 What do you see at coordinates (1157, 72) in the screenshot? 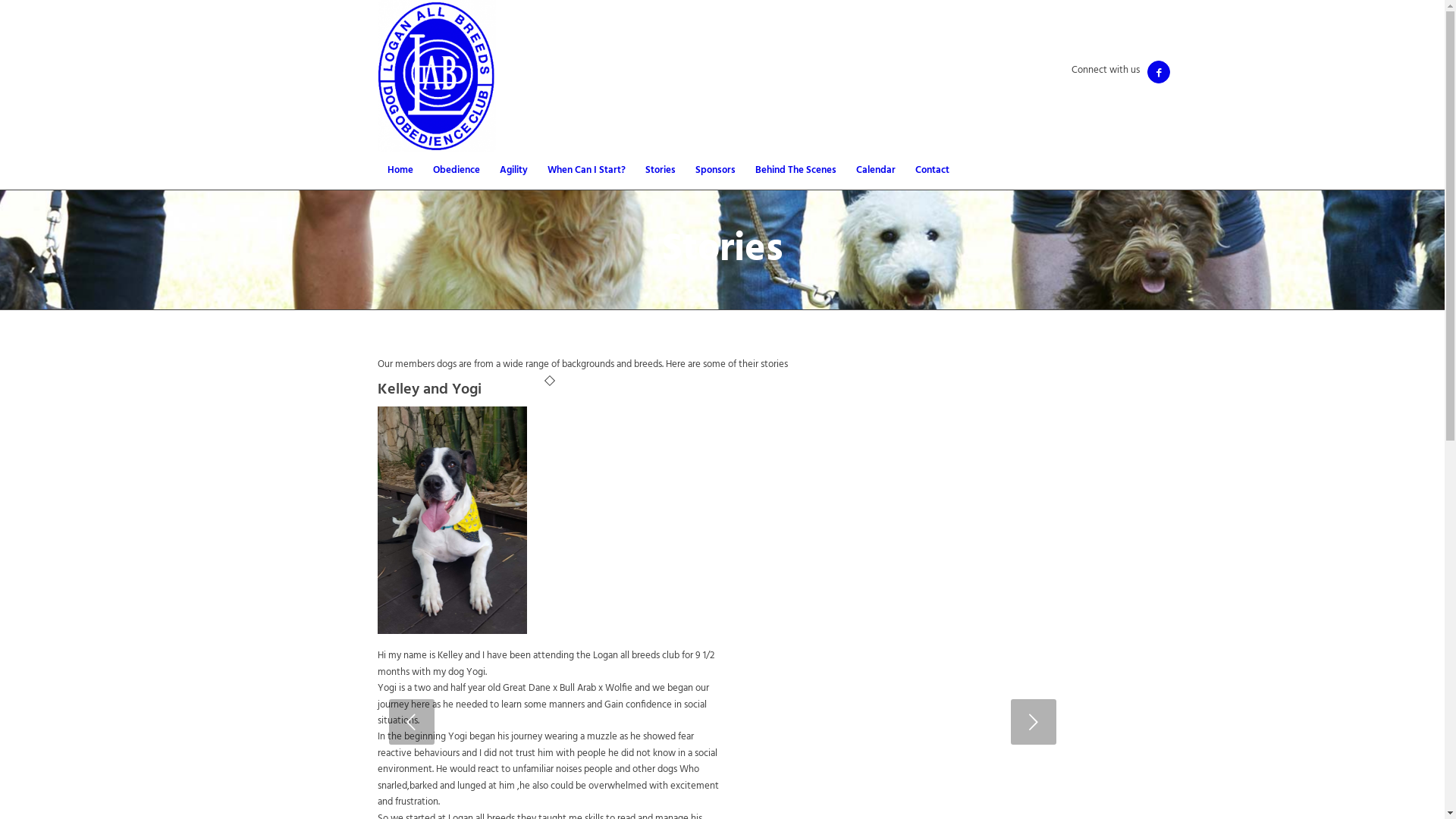
I see `'Facebook'` at bounding box center [1157, 72].